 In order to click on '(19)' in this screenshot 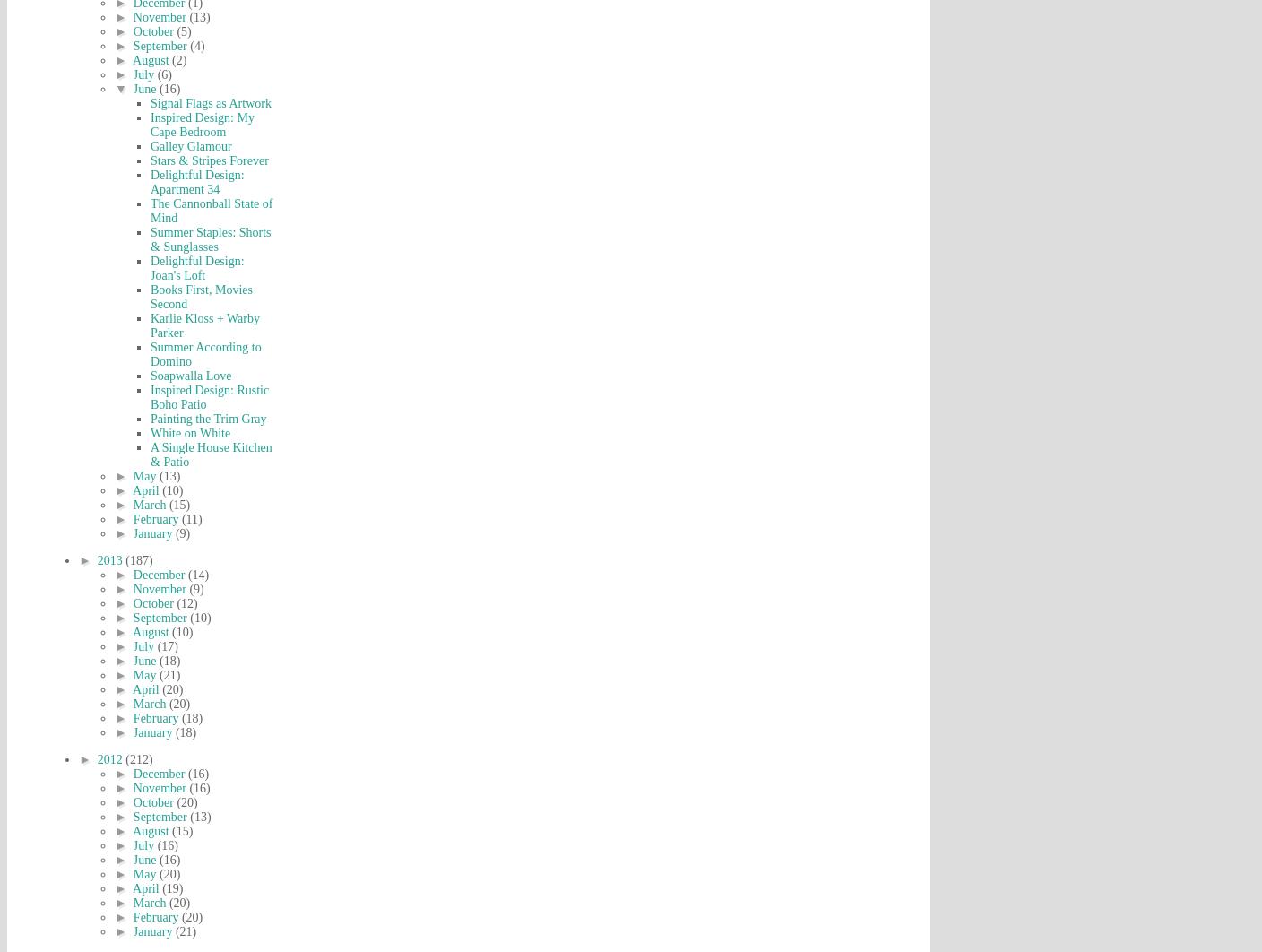, I will do `click(171, 887)`.